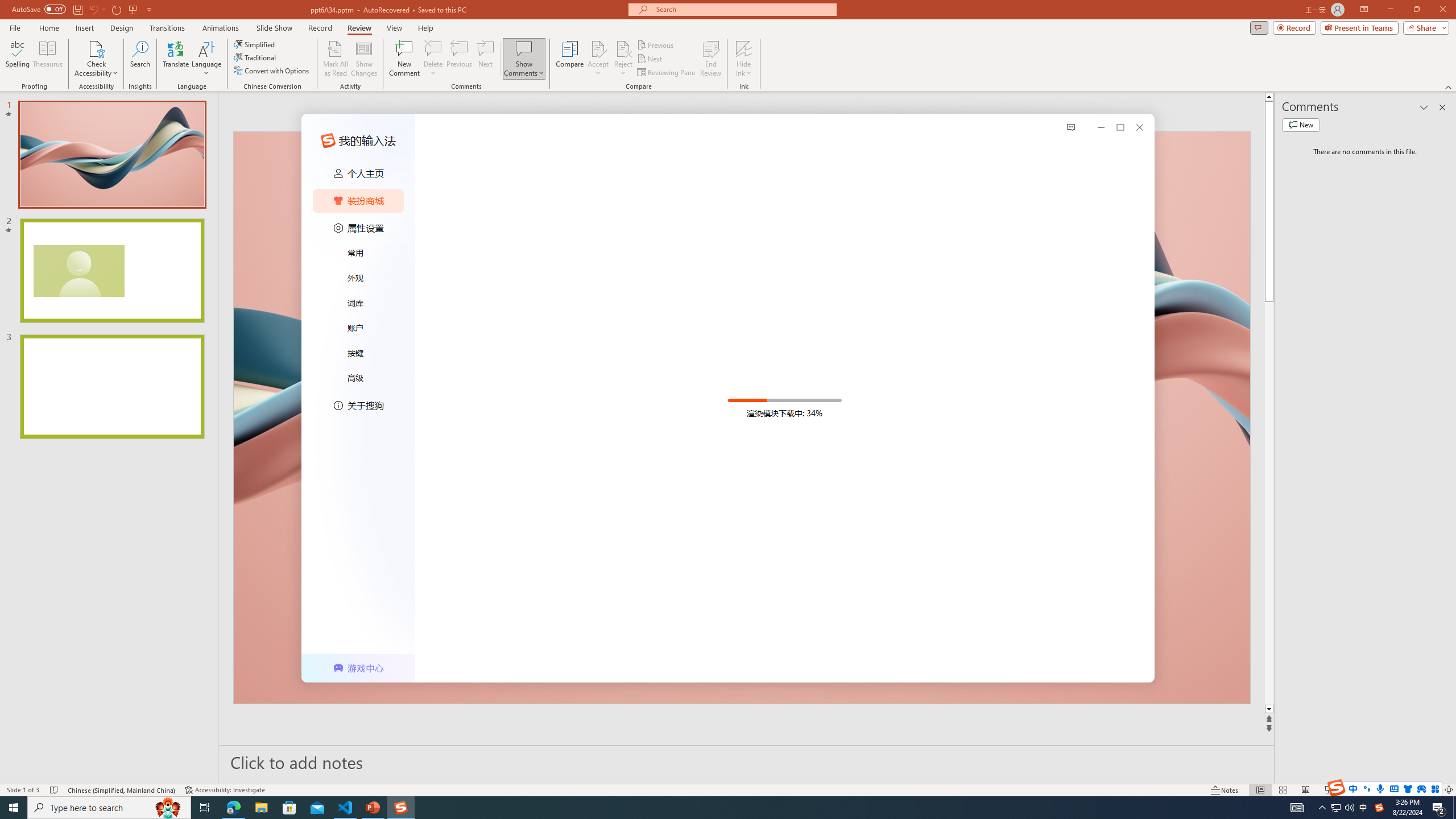 The height and width of the screenshot is (819, 1456). I want to click on 'Previous', so click(656, 44).